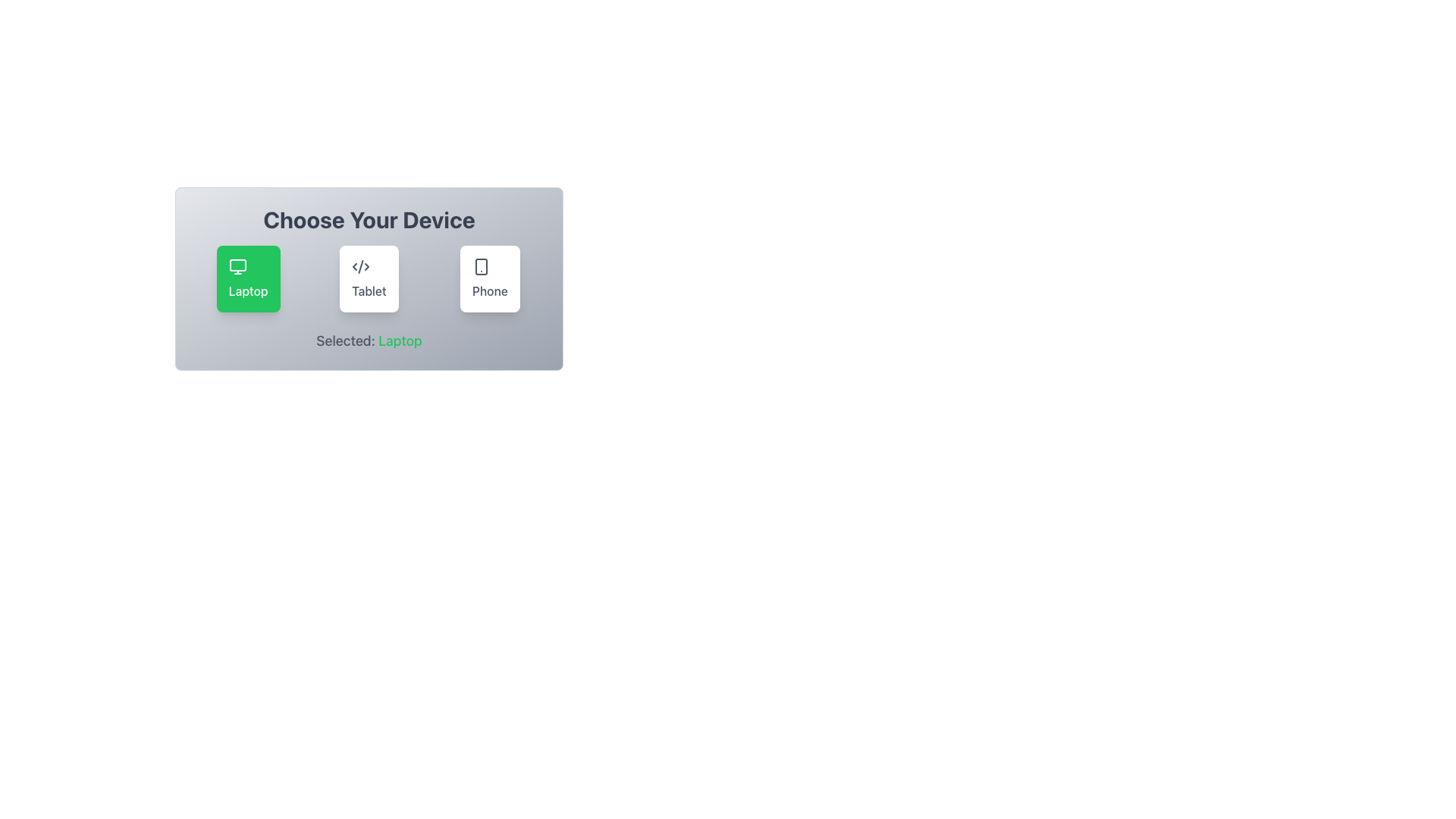 This screenshot has height=819, width=1456. Describe the element at coordinates (490, 291) in the screenshot. I see `text label displaying 'Phone' which is styled in dark gray and located beneath the smartphone icon on a clickable white rectangular card` at that location.